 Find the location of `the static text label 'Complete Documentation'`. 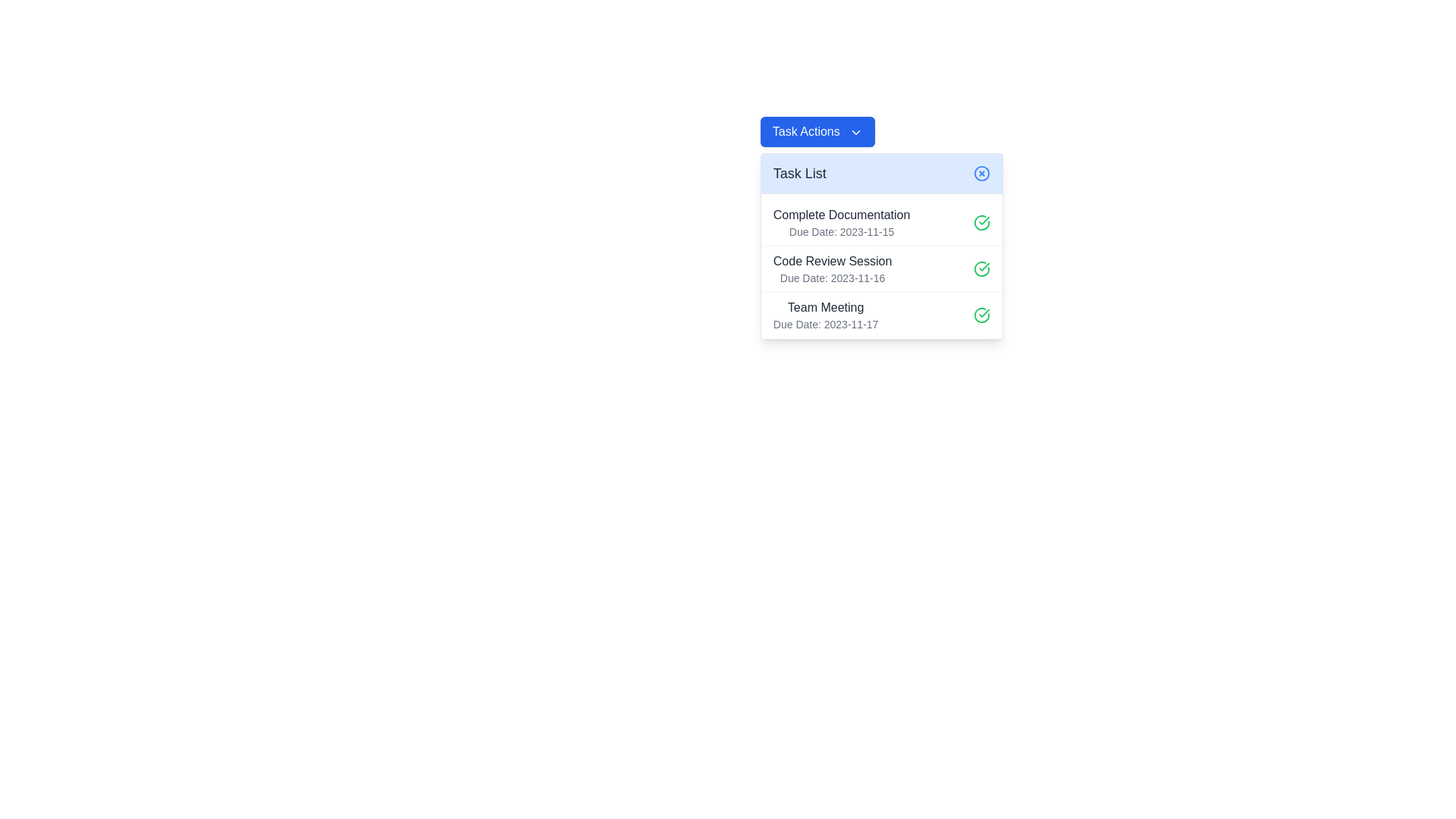

the static text label 'Complete Documentation' is located at coordinates (841, 215).